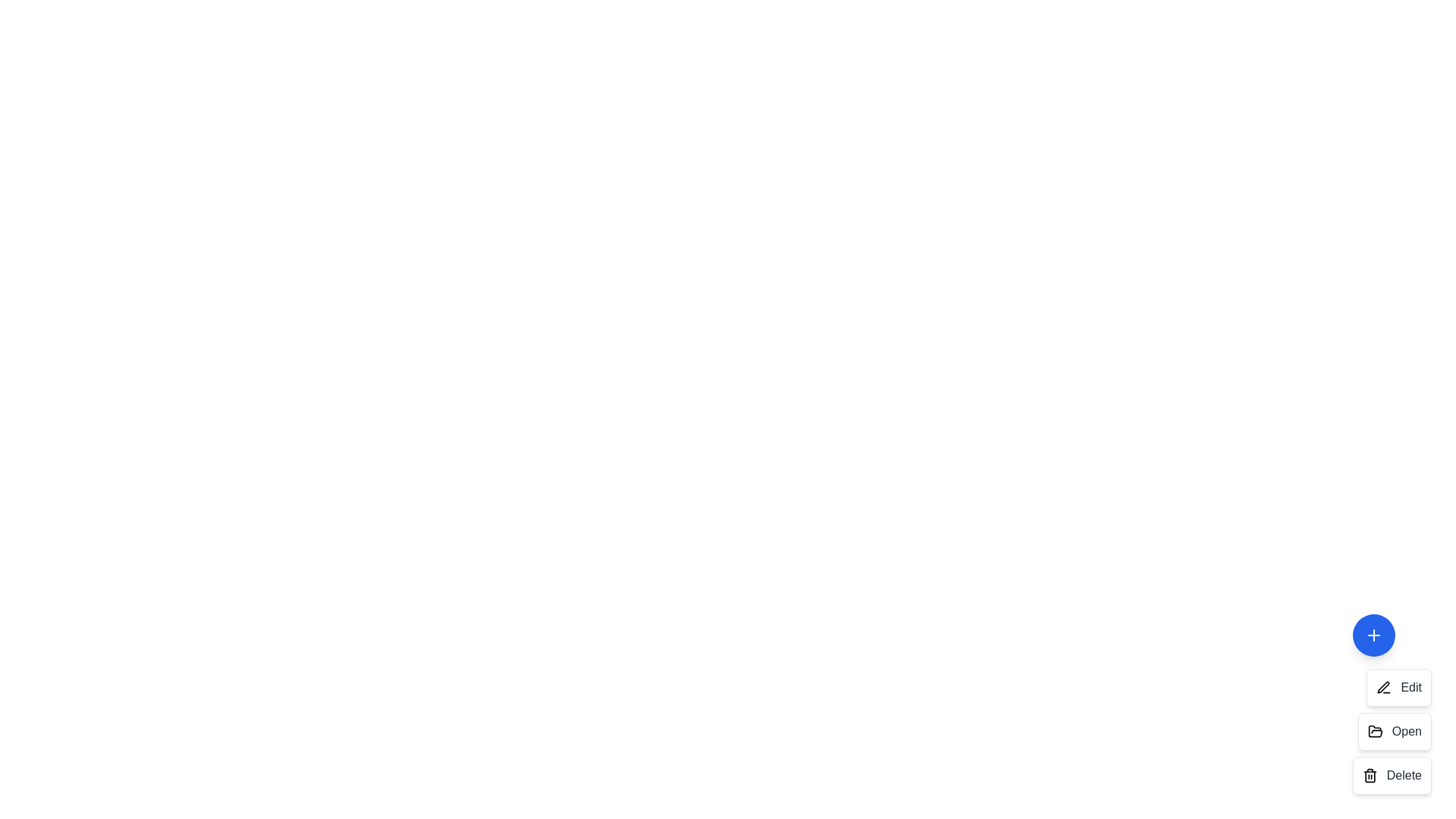 This screenshot has width=1456, height=819. What do you see at coordinates (1395, 730) in the screenshot?
I see `the action item Open in the speed dial` at bounding box center [1395, 730].